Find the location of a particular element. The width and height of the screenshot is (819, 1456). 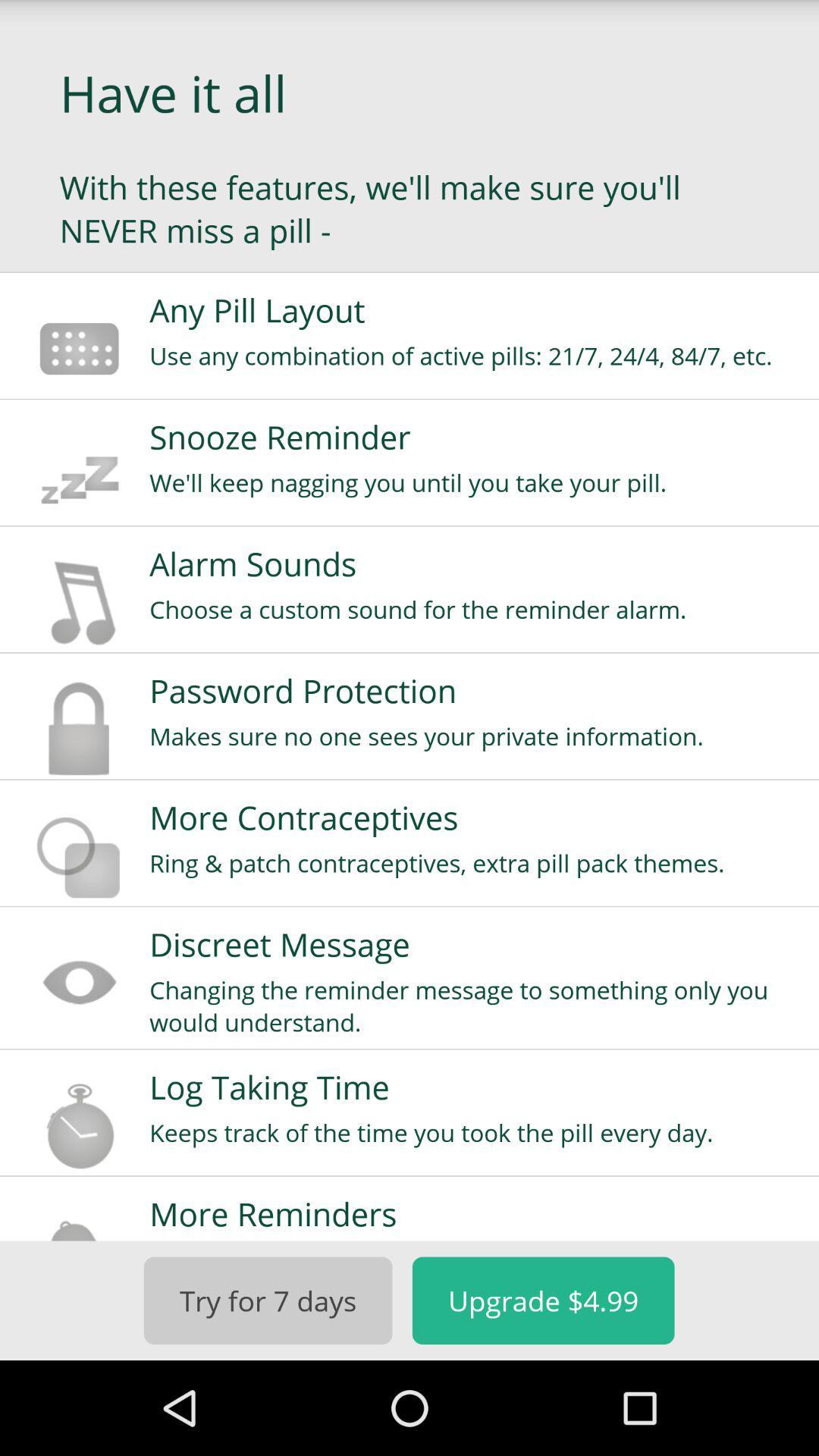

snooze reminder is located at coordinates (473, 436).